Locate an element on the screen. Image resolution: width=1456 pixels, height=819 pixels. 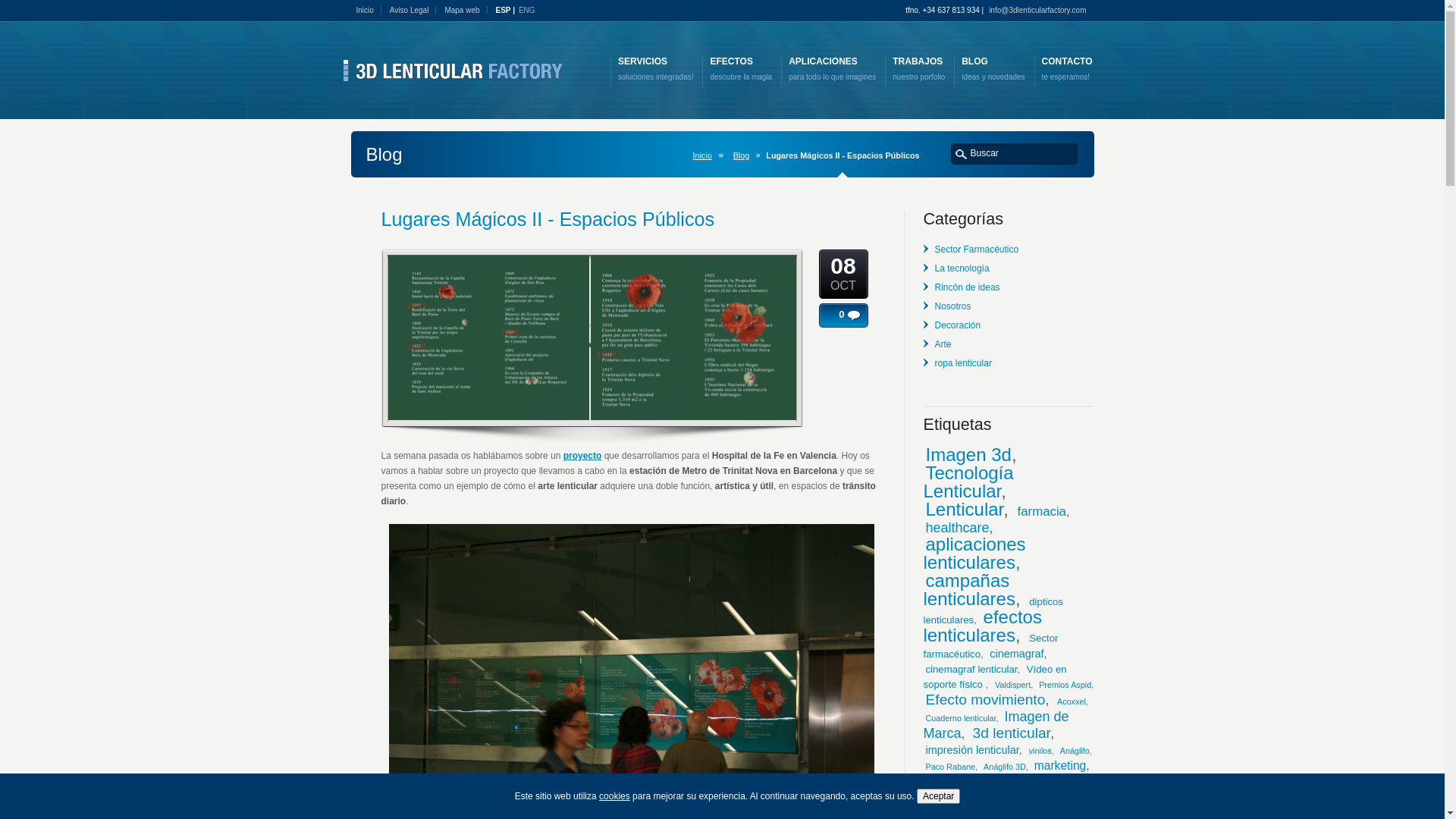
'search' is located at coordinates (960, 153).